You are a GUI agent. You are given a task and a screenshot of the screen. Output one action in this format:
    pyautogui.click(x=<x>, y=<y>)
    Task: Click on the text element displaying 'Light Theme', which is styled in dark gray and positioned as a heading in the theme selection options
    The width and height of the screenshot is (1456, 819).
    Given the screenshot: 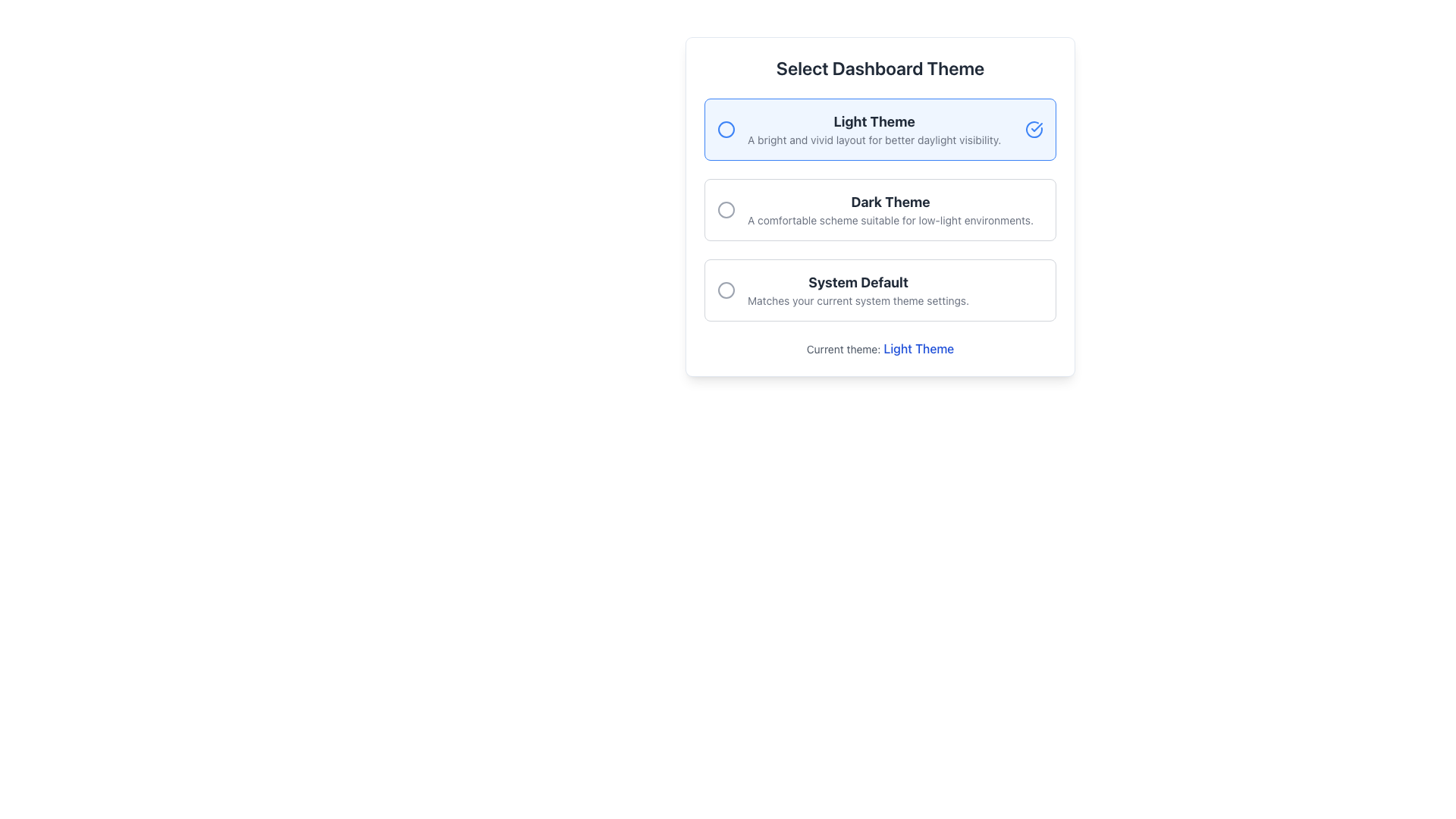 What is the action you would take?
    pyautogui.click(x=874, y=121)
    